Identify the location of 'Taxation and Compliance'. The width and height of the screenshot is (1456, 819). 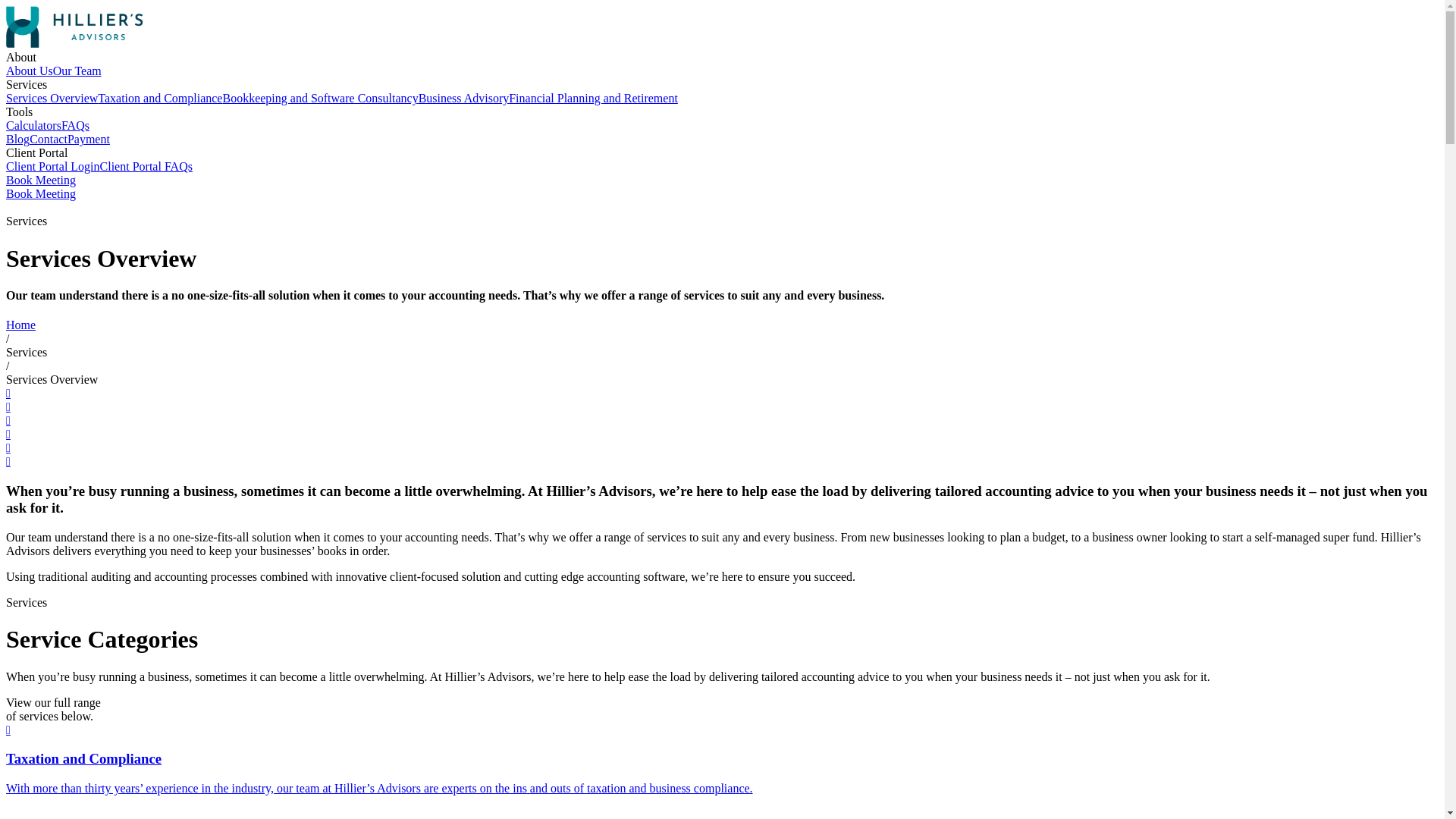
(160, 98).